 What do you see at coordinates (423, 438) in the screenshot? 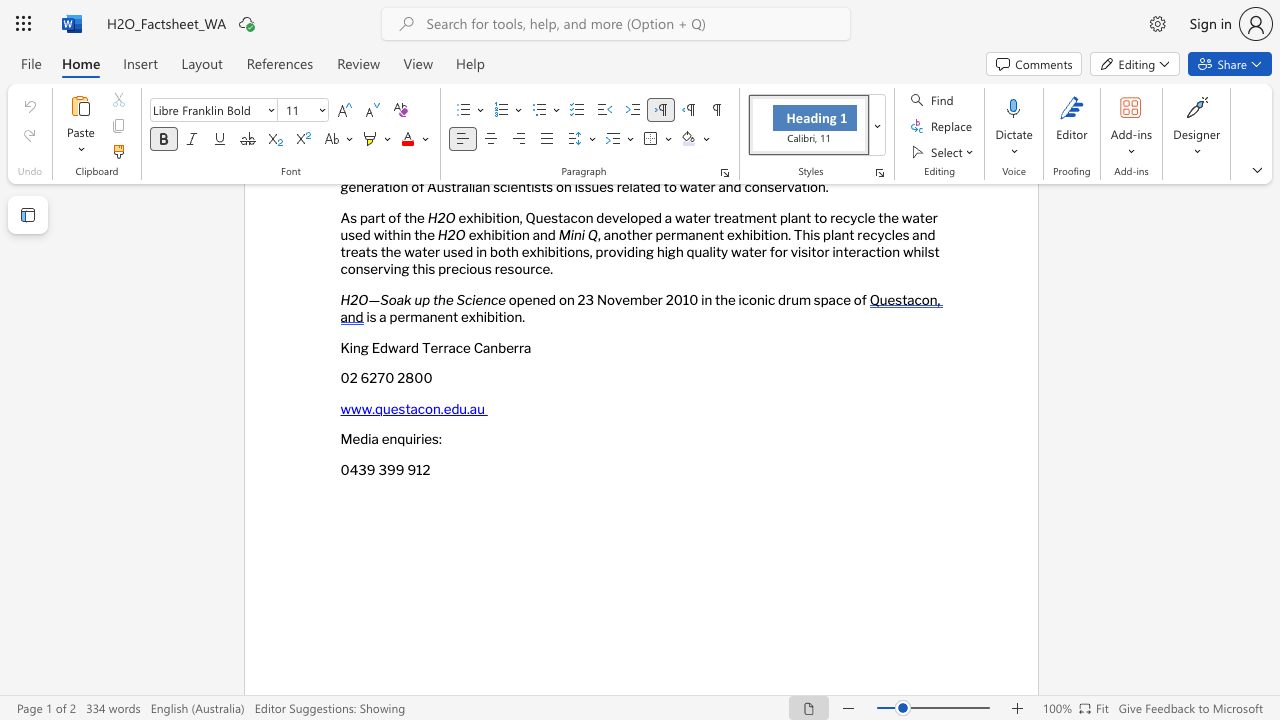
I see `the subset text "es" within the text "Media enquiries:"` at bounding box center [423, 438].